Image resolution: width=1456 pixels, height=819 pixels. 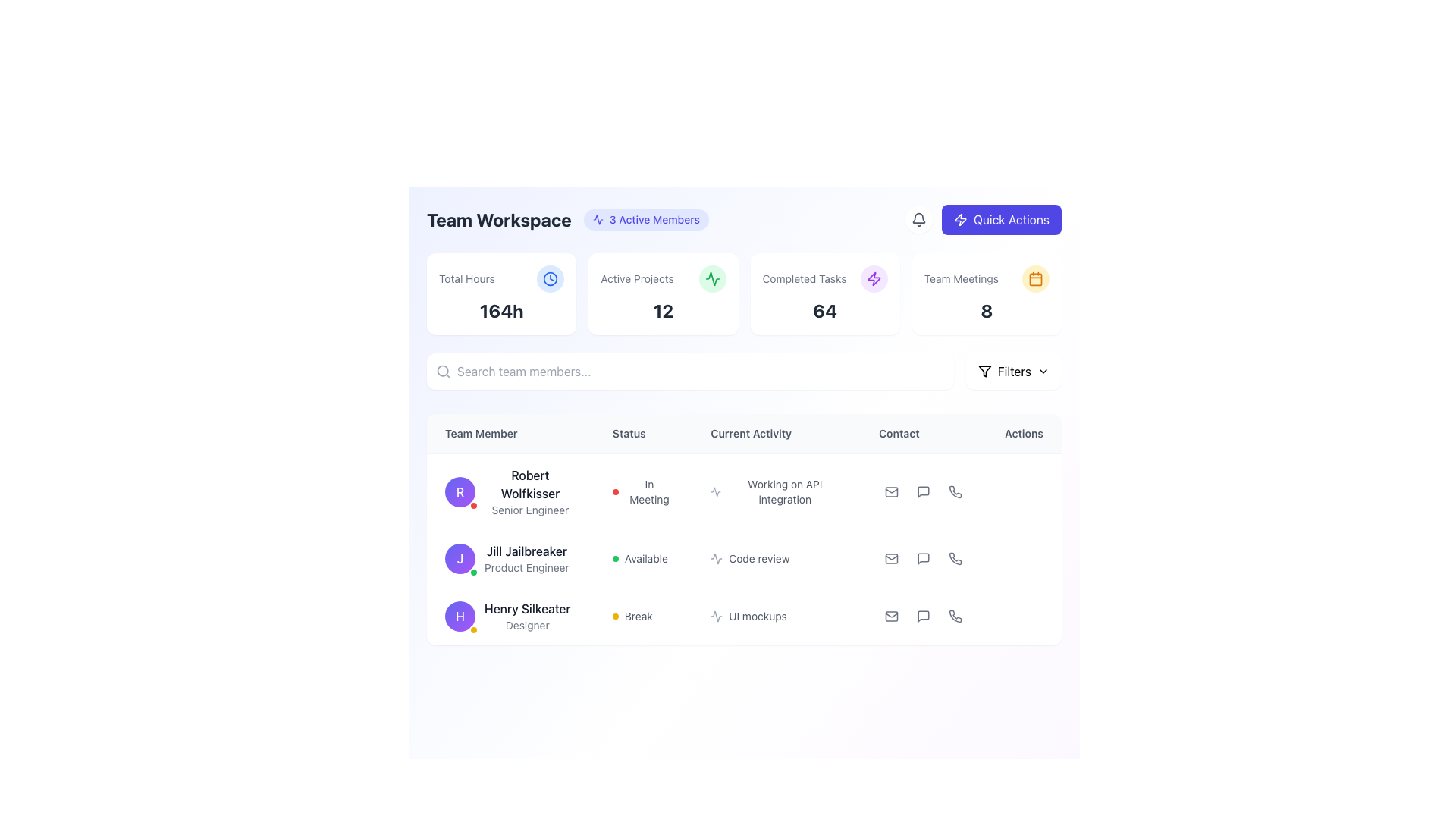 I want to click on the 'Completed Tasks' text label, which is styled in a small gray font and positioned in the statistics section of the interface, so click(x=803, y=278).